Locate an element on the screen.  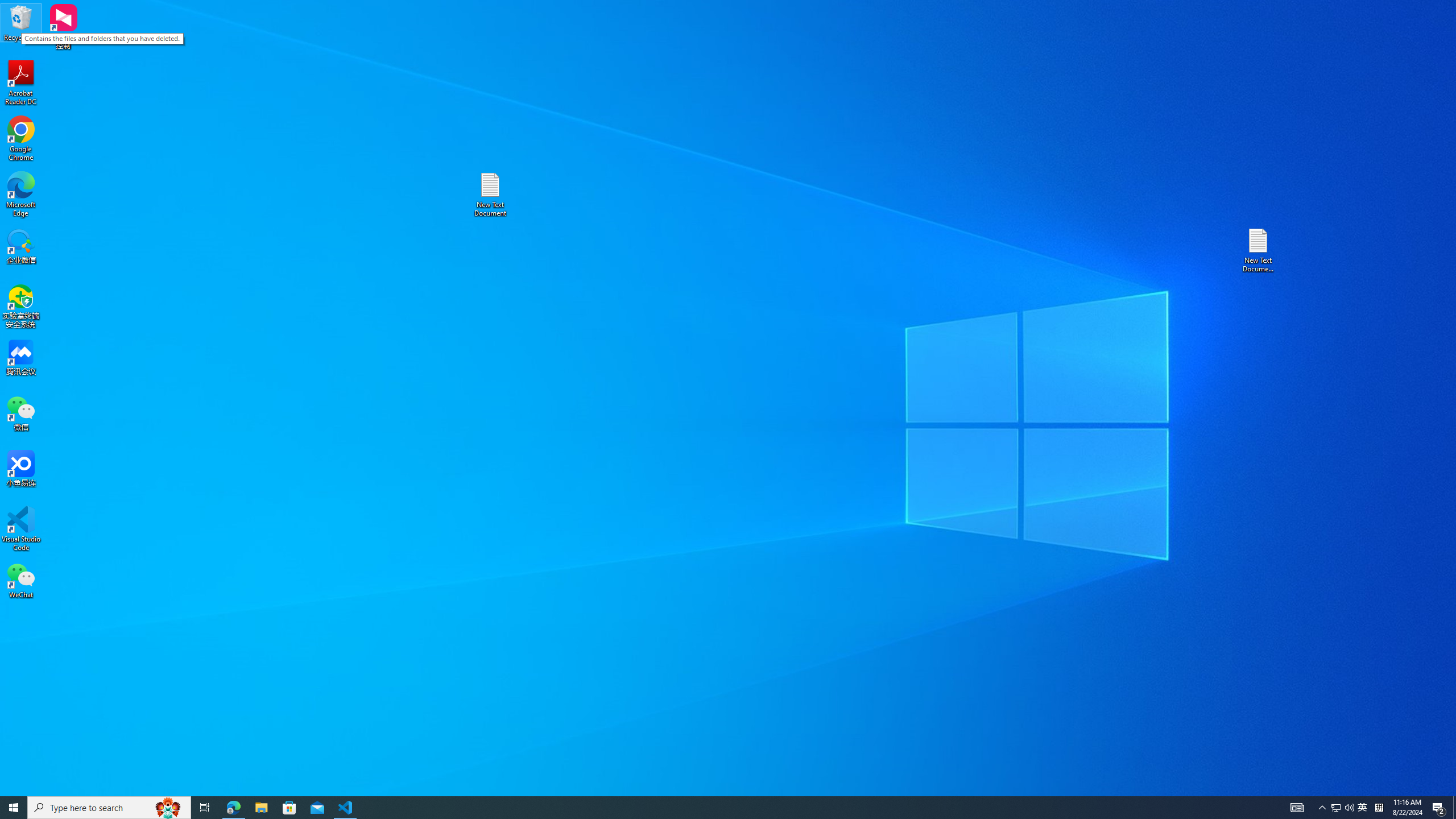
'Notification Chevron' is located at coordinates (1322, 806).